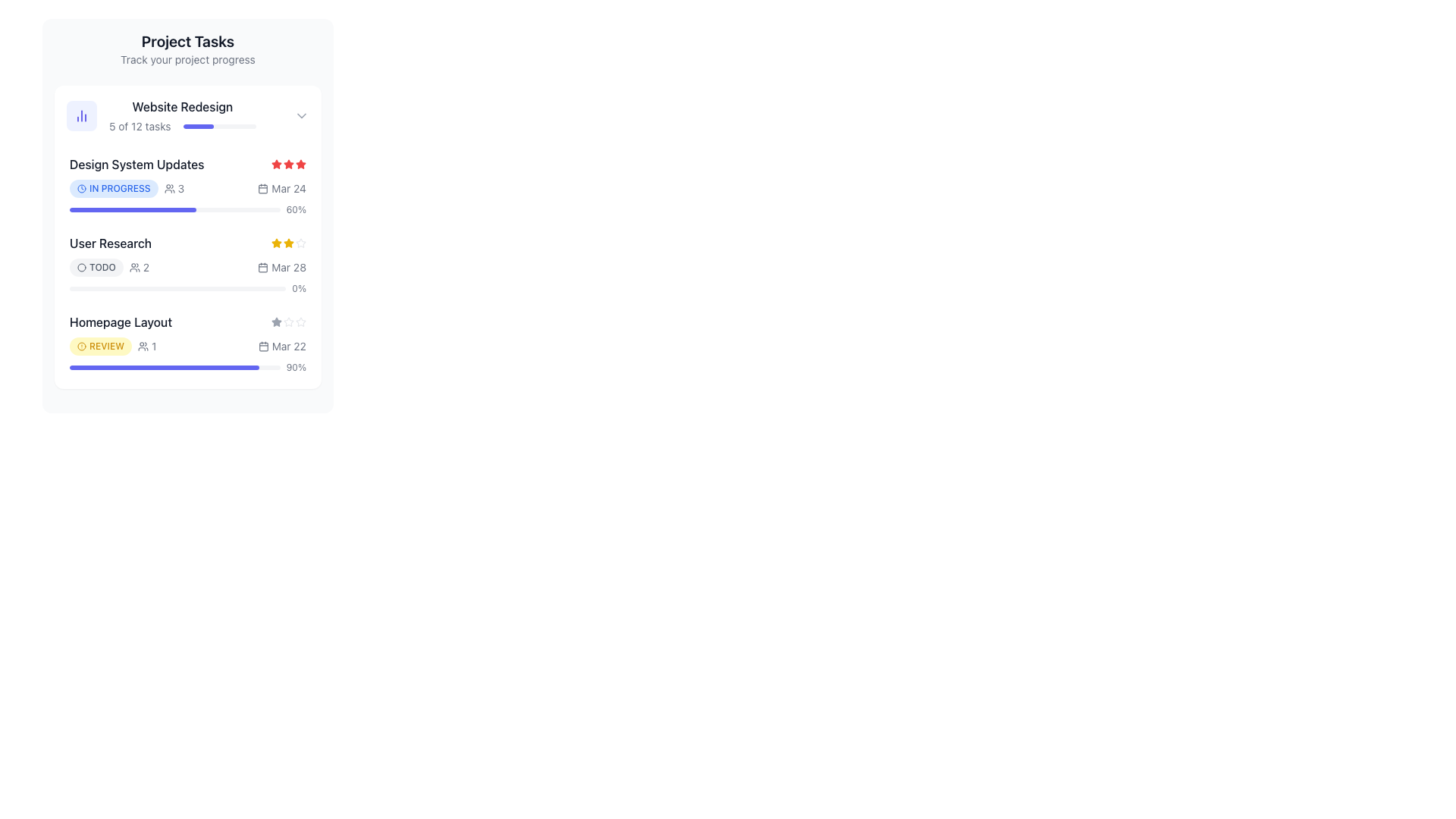  Describe the element at coordinates (81, 188) in the screenshot. I see `the SVG circle graphic that serves as a decorative component within the clock icon, adjacent to the text 'Mar 24' and 'Design System Updates'` at that location.